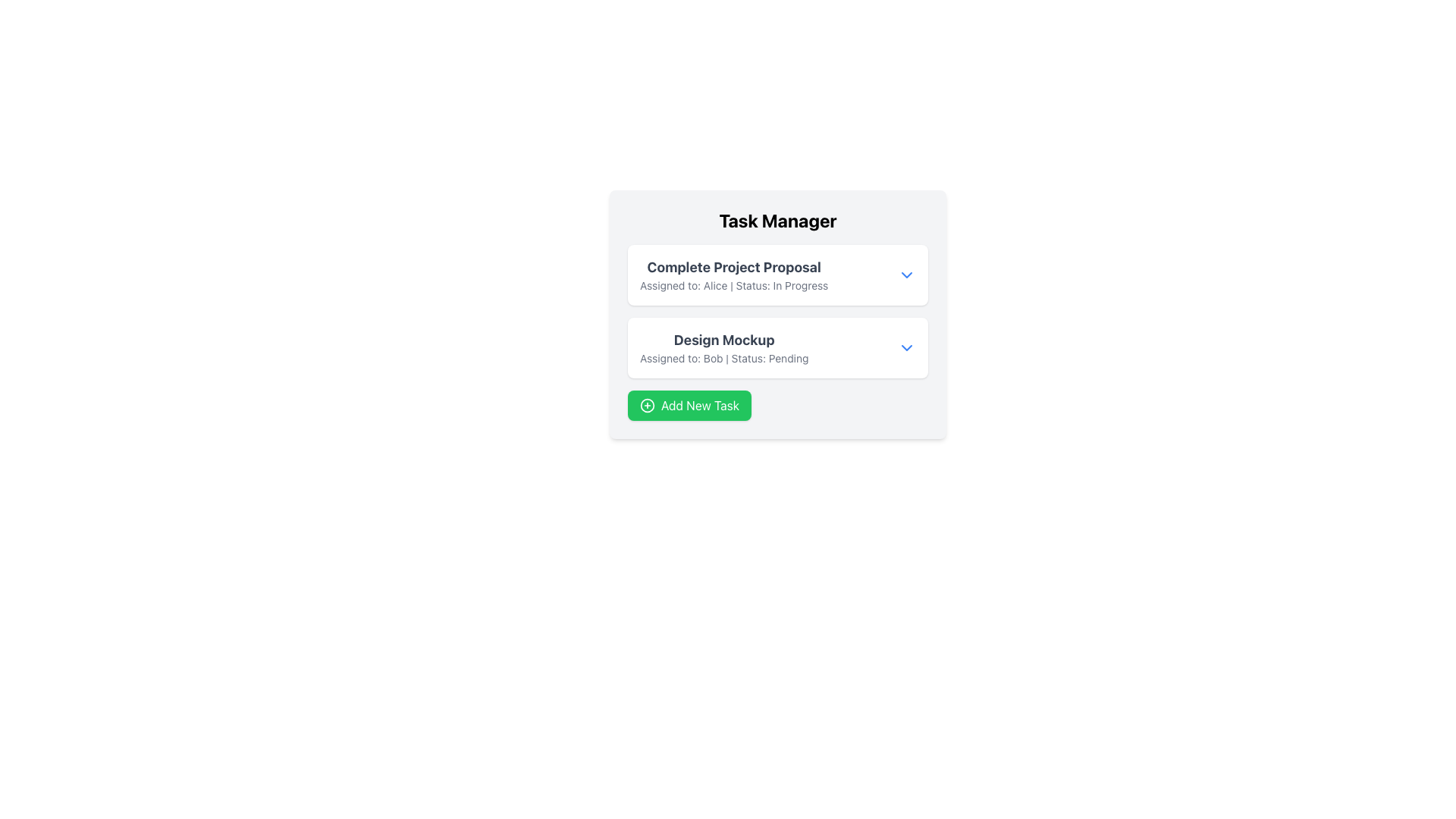 This screenshot has height=819, width=1456. I want to click on the Text Label that serves as the title for the task within the 'Complete Project Proposal' card, located above the smaller text description, so click(734, 267).